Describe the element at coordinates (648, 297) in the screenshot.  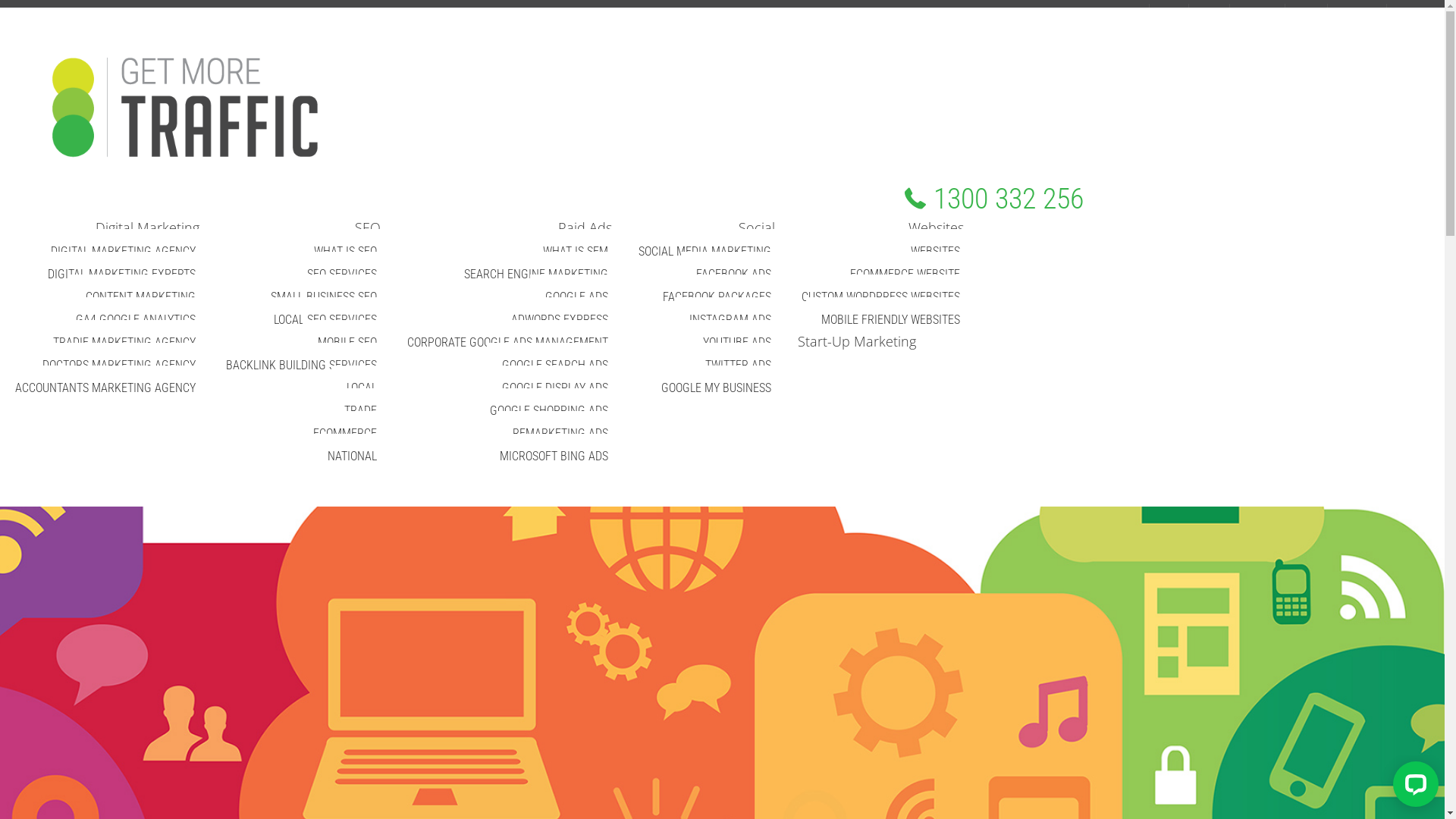
I see `'FACEBOOK PACKAGES'` at that location.